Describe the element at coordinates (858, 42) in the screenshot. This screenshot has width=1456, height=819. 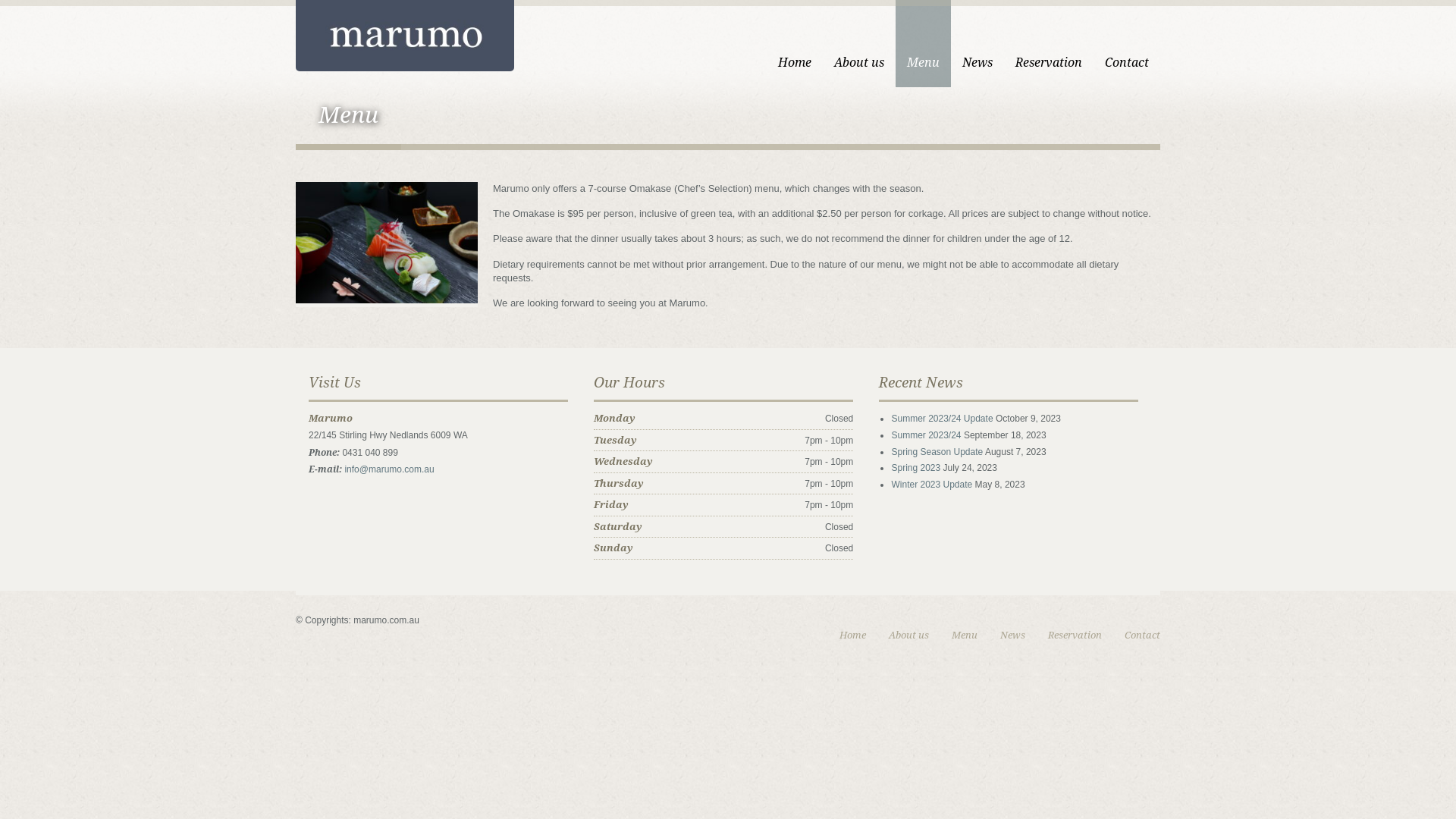
I see `'About us'` at that location.